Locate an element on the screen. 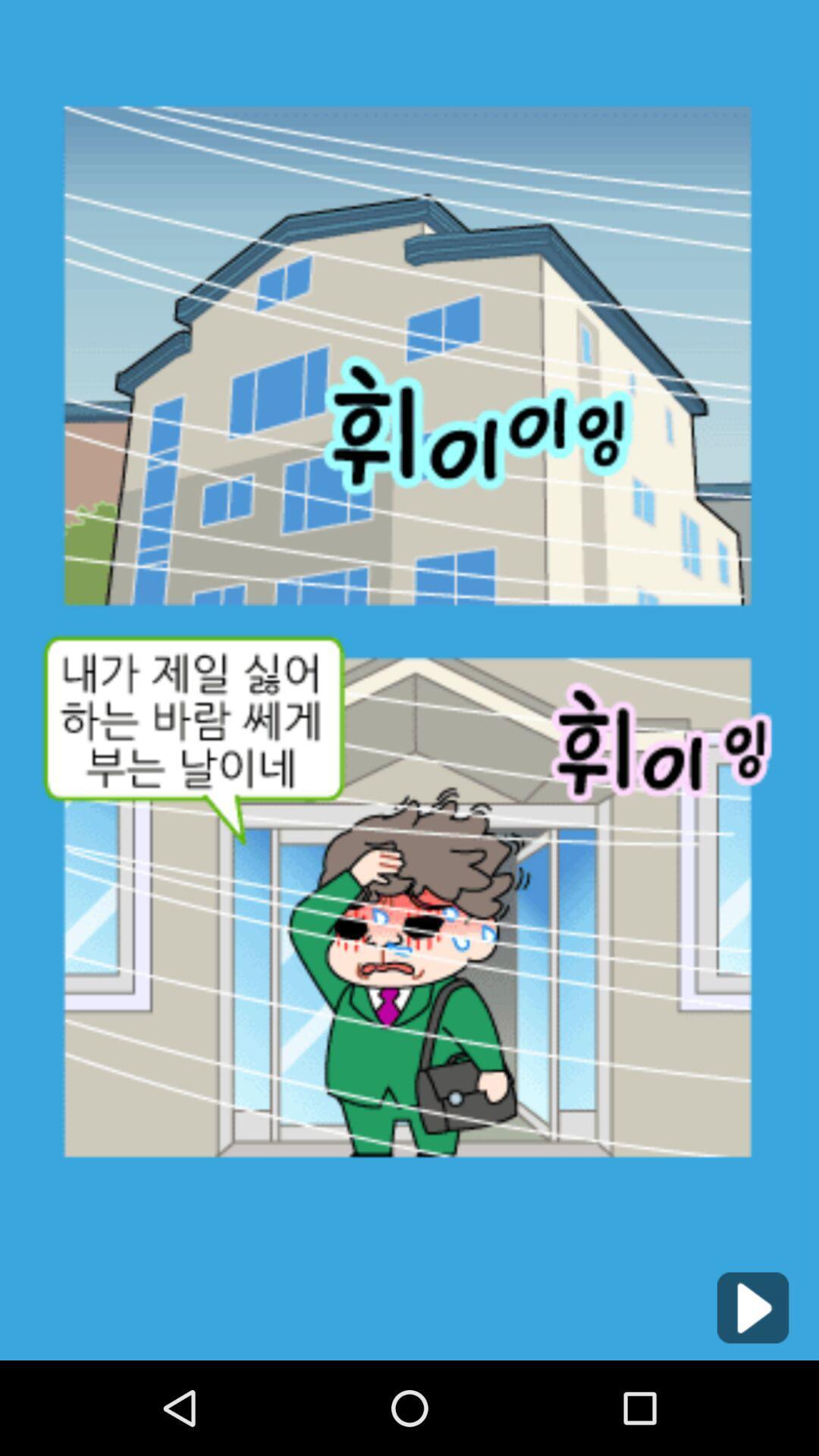 Image resolution: width=819 pixels, height=1456 pixels. go next is located at coordinates (752, 1307).